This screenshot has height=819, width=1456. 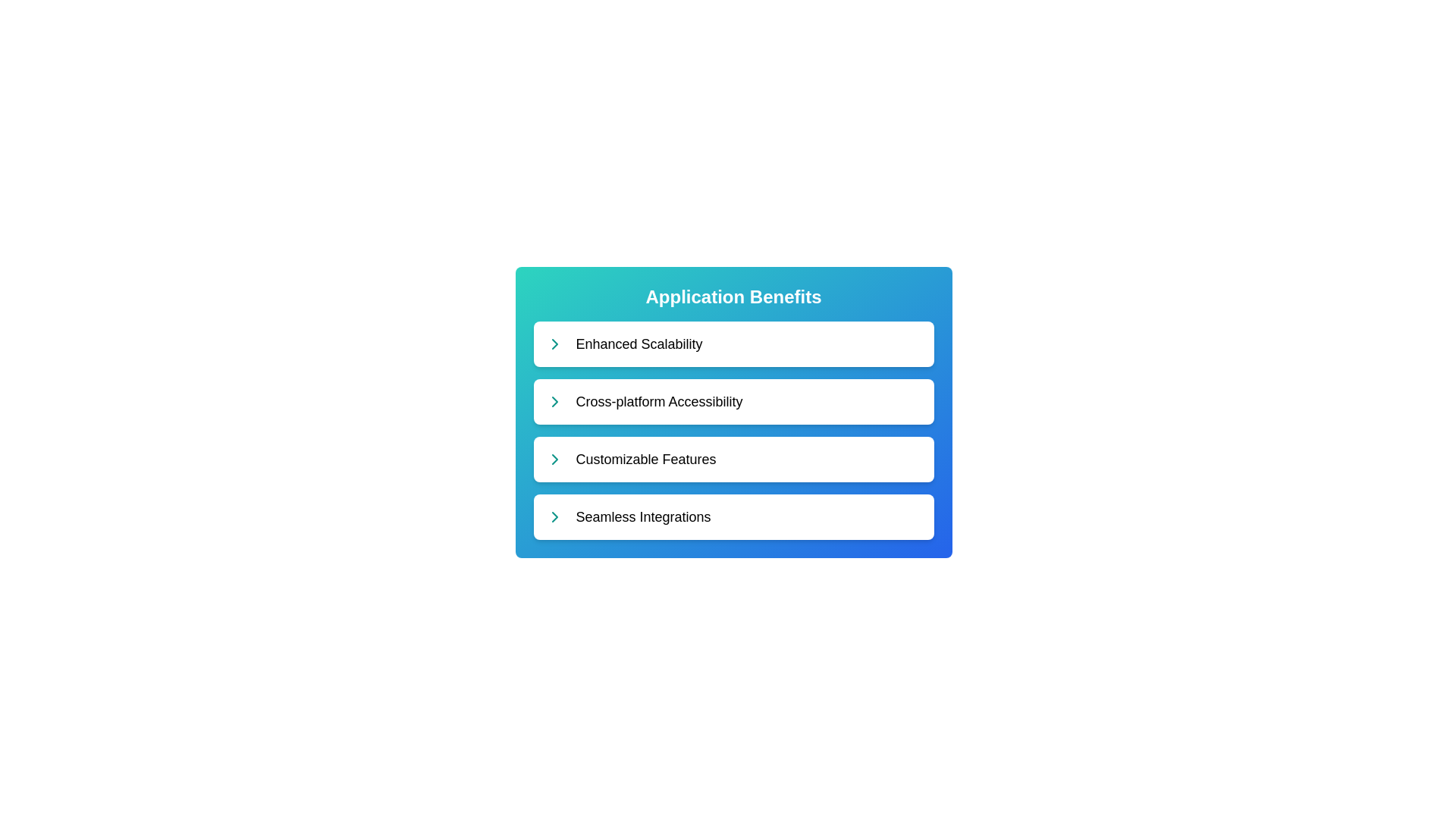 What do you see at coordinates (554, 458) in the screenshot?
I see `the green right-pointing chevron arrow icon at the start of the 'Customizable Features' row` at bounding box center [554, 458].